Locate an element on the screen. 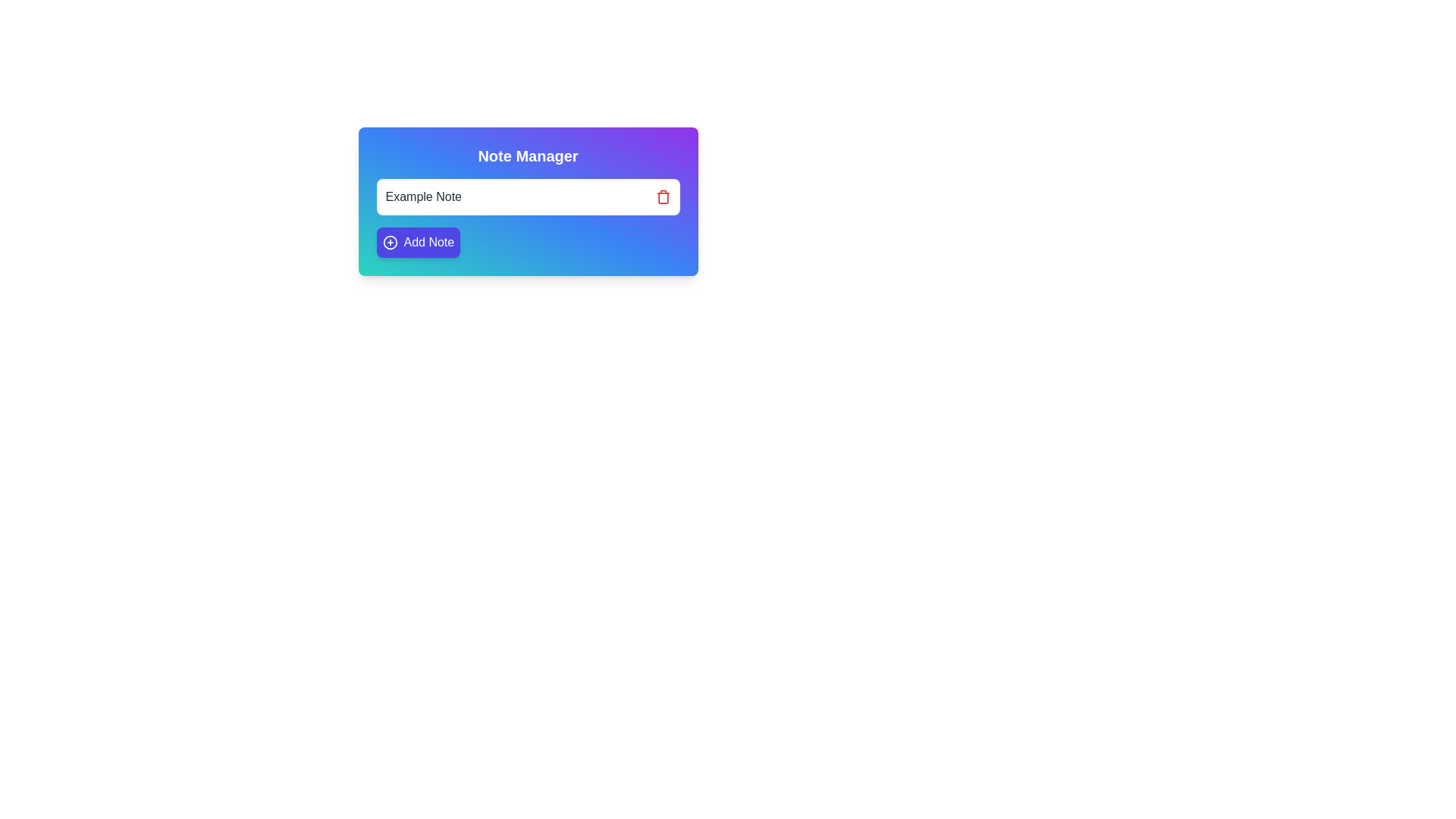  the circular graphic icon element located to the left of the 'Add Note' button is located at coordinates (390, 242).